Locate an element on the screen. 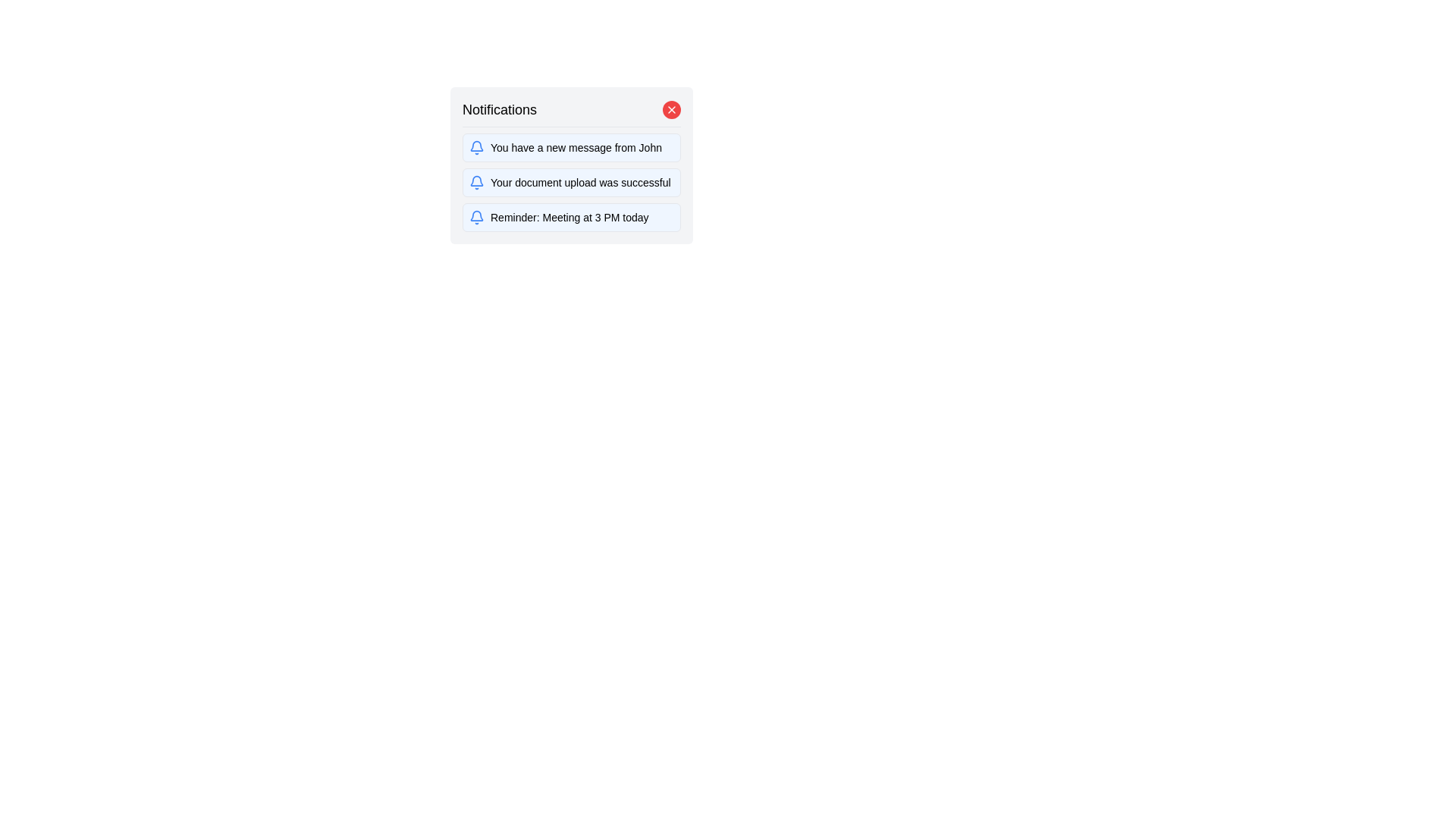 The width and height of the screenshot is (1456, 819). the close icon located at the top-right corner of the notification card is located at coordinates (671, 109).